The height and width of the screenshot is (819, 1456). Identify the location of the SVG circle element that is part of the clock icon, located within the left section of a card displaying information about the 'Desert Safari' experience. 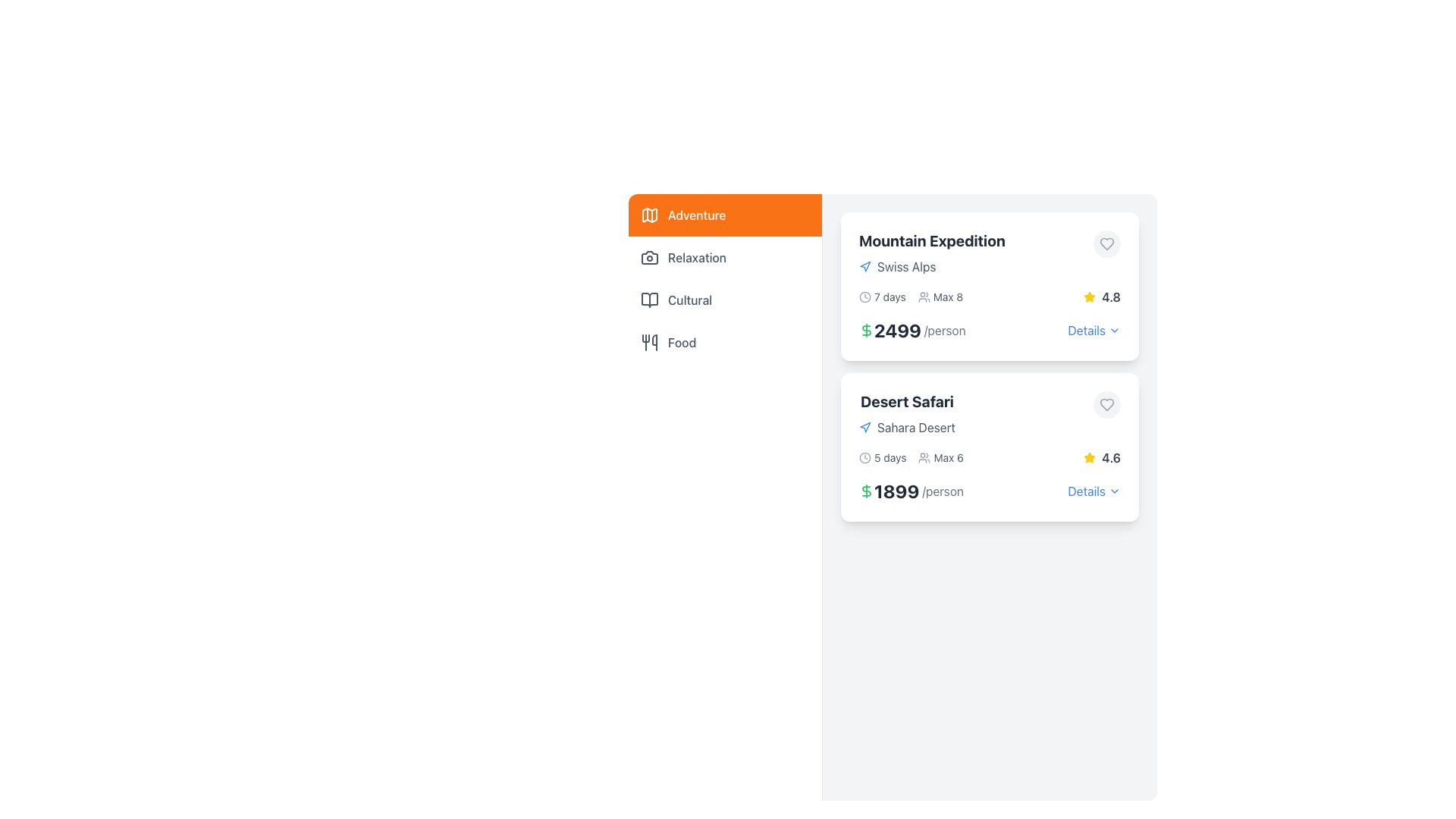
(865, 457).